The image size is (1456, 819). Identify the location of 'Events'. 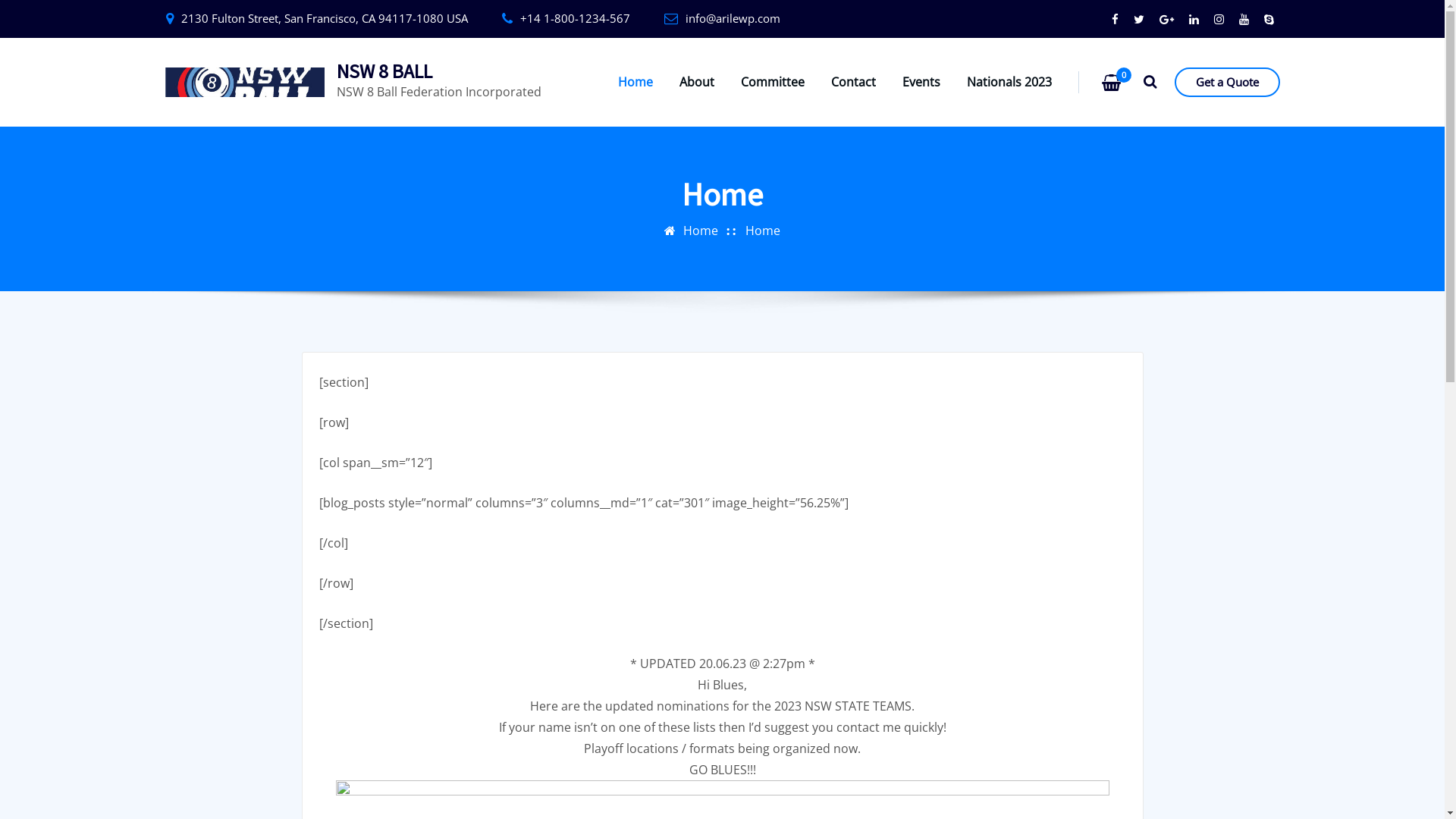
(920, 82).